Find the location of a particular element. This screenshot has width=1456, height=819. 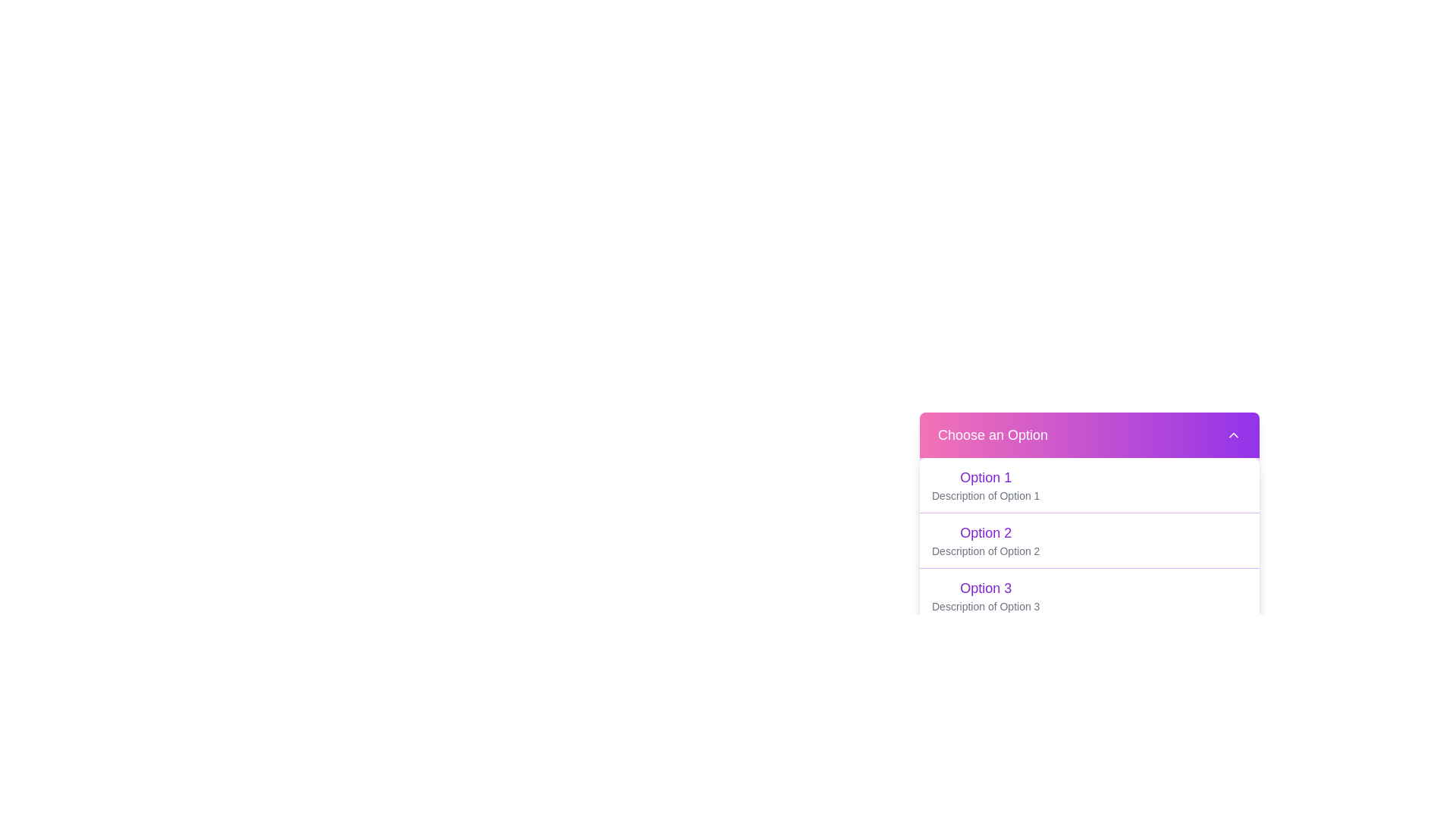

the descriptive label providing additional information about option 3, located below the text 'Option 3' in the dropdown menu is located at coordinates (986, 605).